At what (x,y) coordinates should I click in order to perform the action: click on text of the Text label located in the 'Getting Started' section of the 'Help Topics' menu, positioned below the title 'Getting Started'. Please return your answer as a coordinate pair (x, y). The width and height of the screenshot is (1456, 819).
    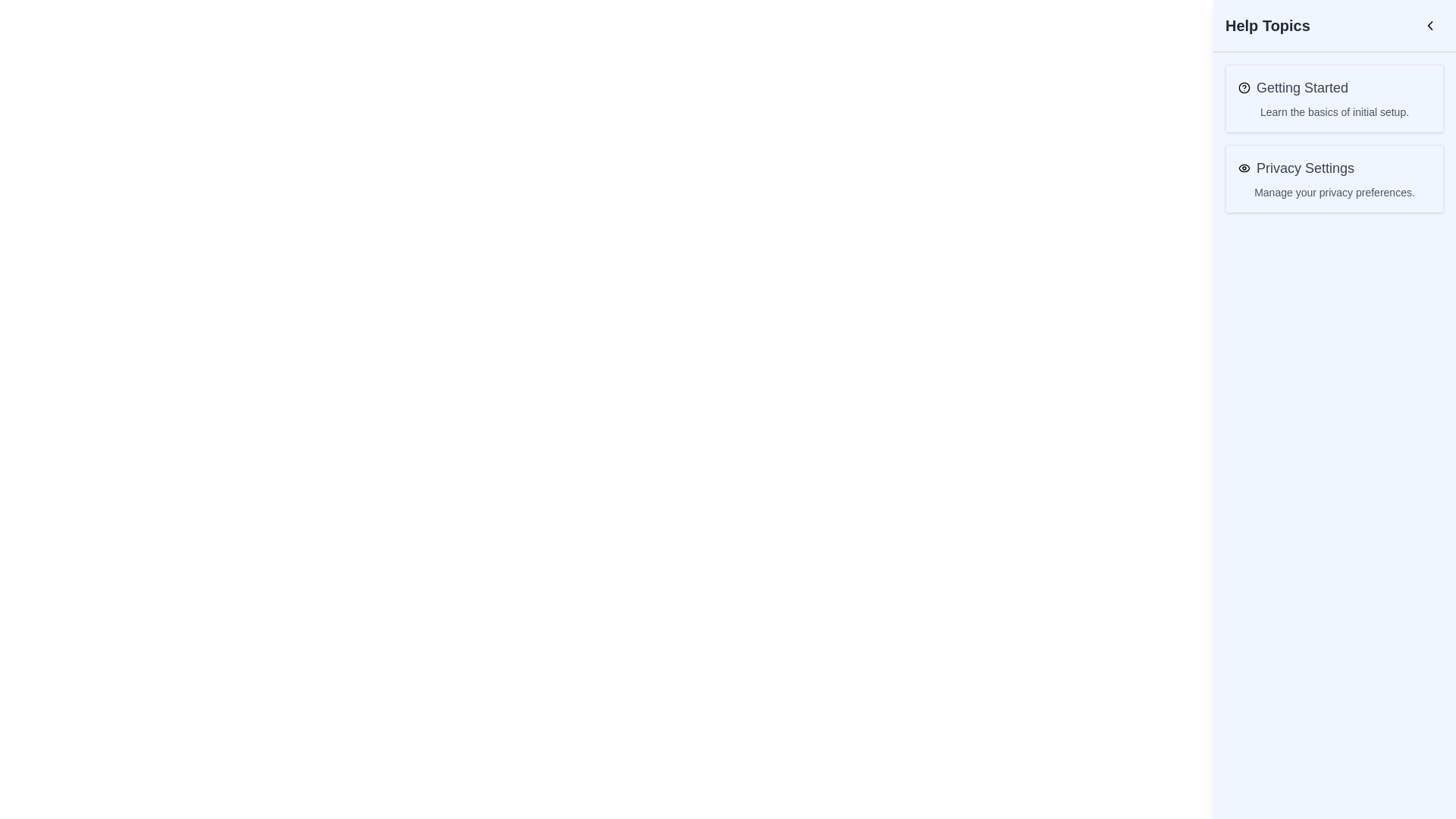
    Looking at the image, I should click on (1335, 111).